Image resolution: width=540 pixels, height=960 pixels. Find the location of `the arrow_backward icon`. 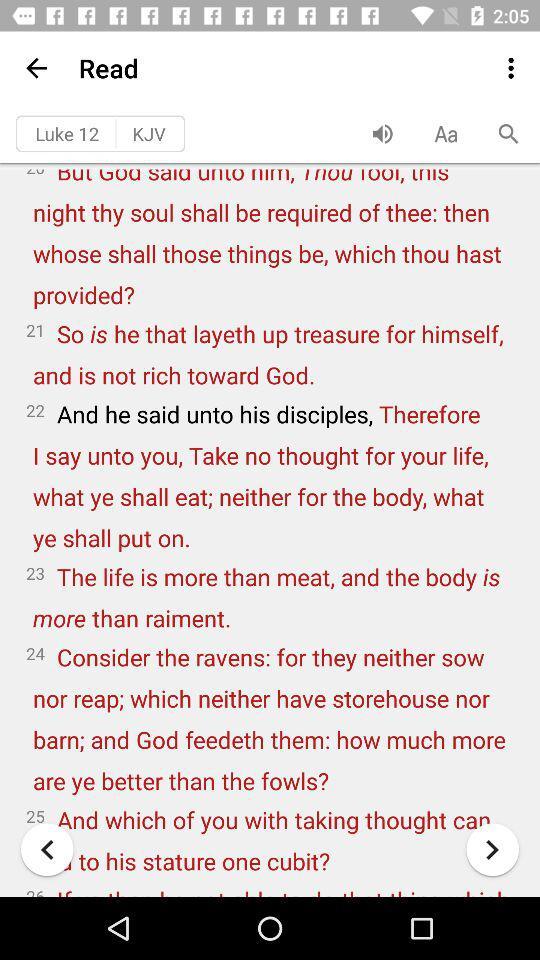

the arrow_backward icon is located at coordinates (47, 848).